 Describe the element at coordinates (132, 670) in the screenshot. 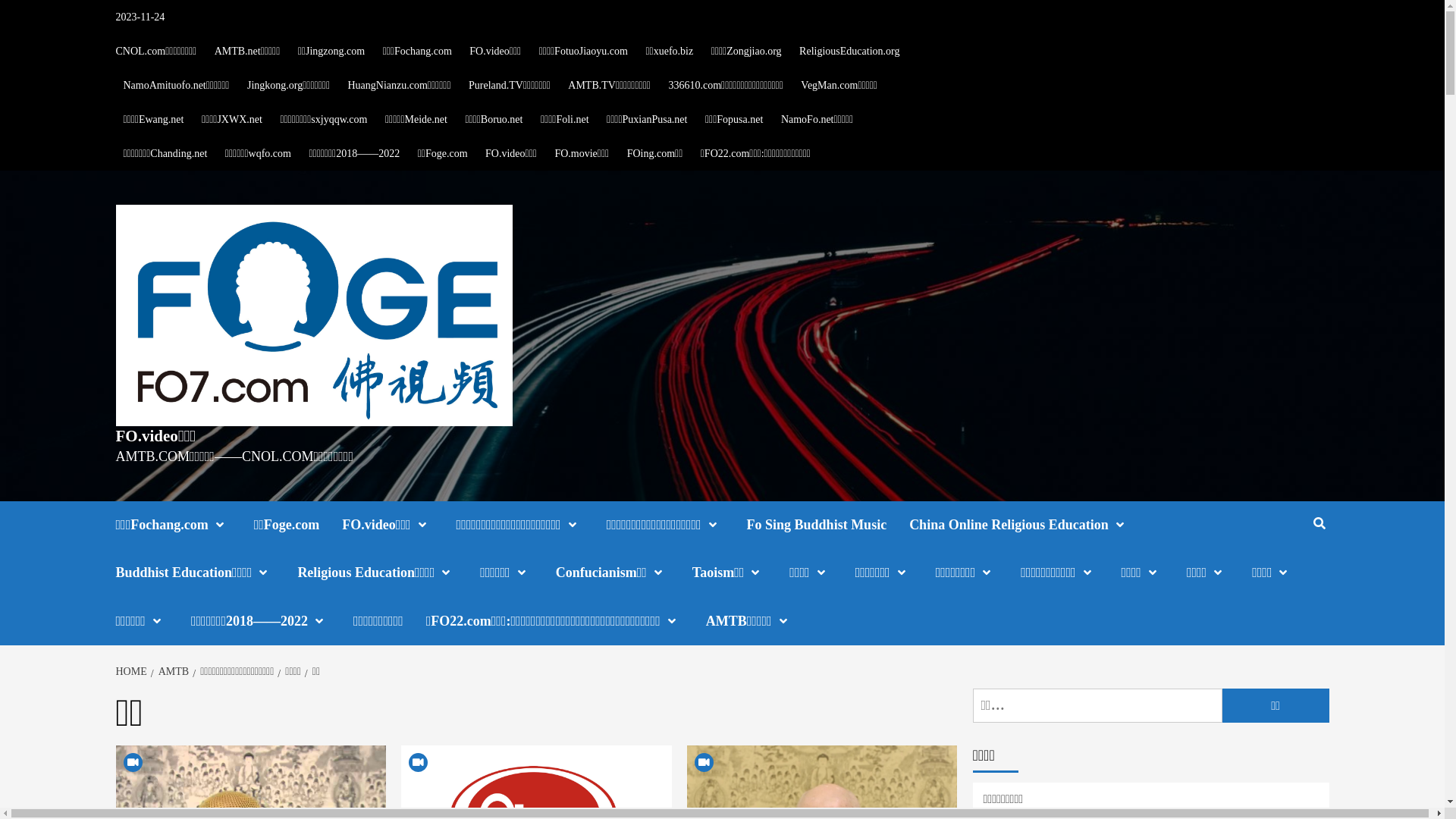

I see `'HOME'` at that location.